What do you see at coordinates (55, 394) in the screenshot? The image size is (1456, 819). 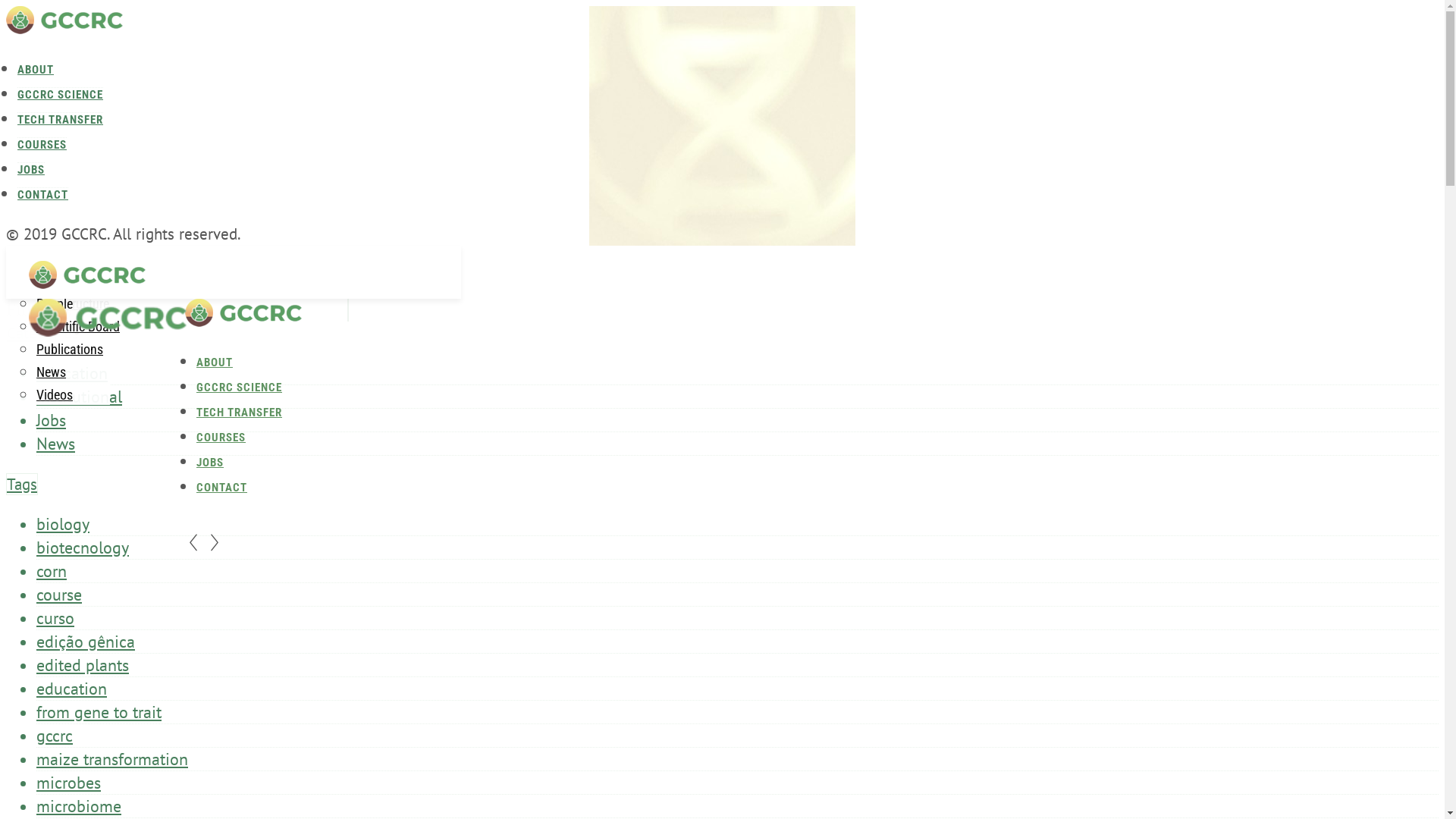 I see `'Videos'` at bounding box center [55, 394].